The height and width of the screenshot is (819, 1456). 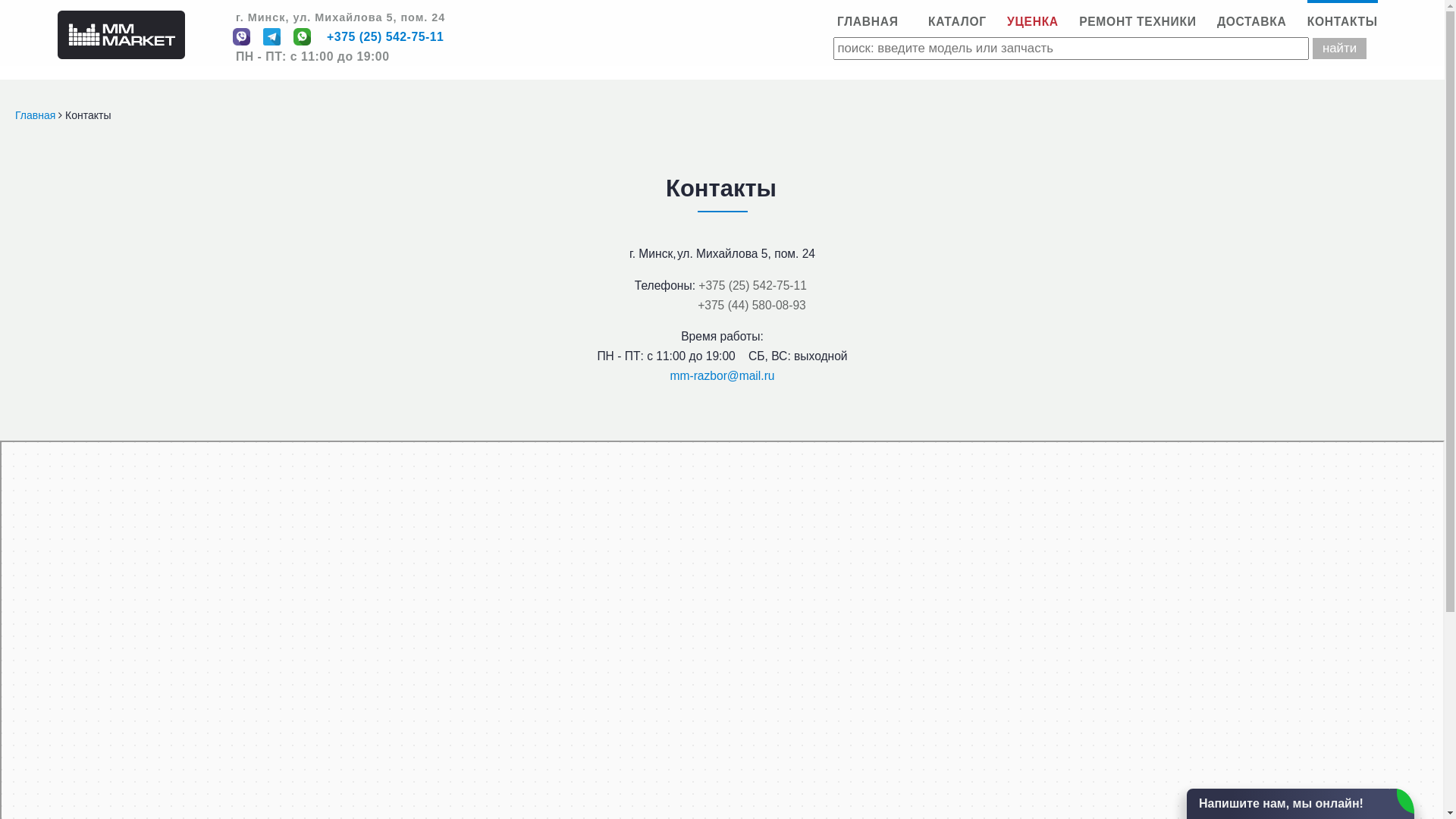 What do you see at coordinates (385, 36) in the screenshot?
I see `'+375 (25) 542-75-11'` at bounding box center [385, 36].